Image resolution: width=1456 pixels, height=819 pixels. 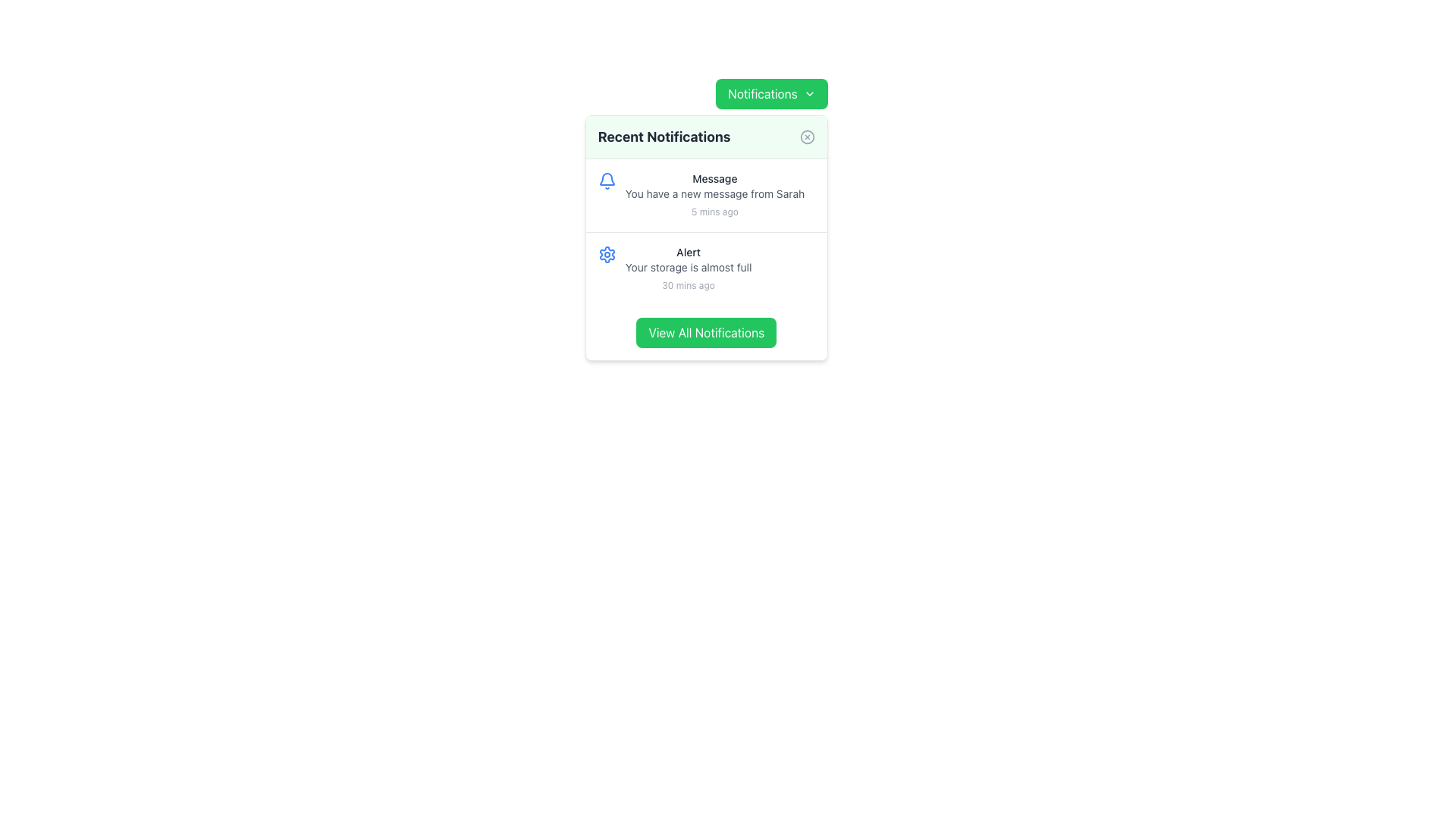 I want to click on the green button labeled 'View All Notifications' to change its appearance, so click(x=705, y=332).